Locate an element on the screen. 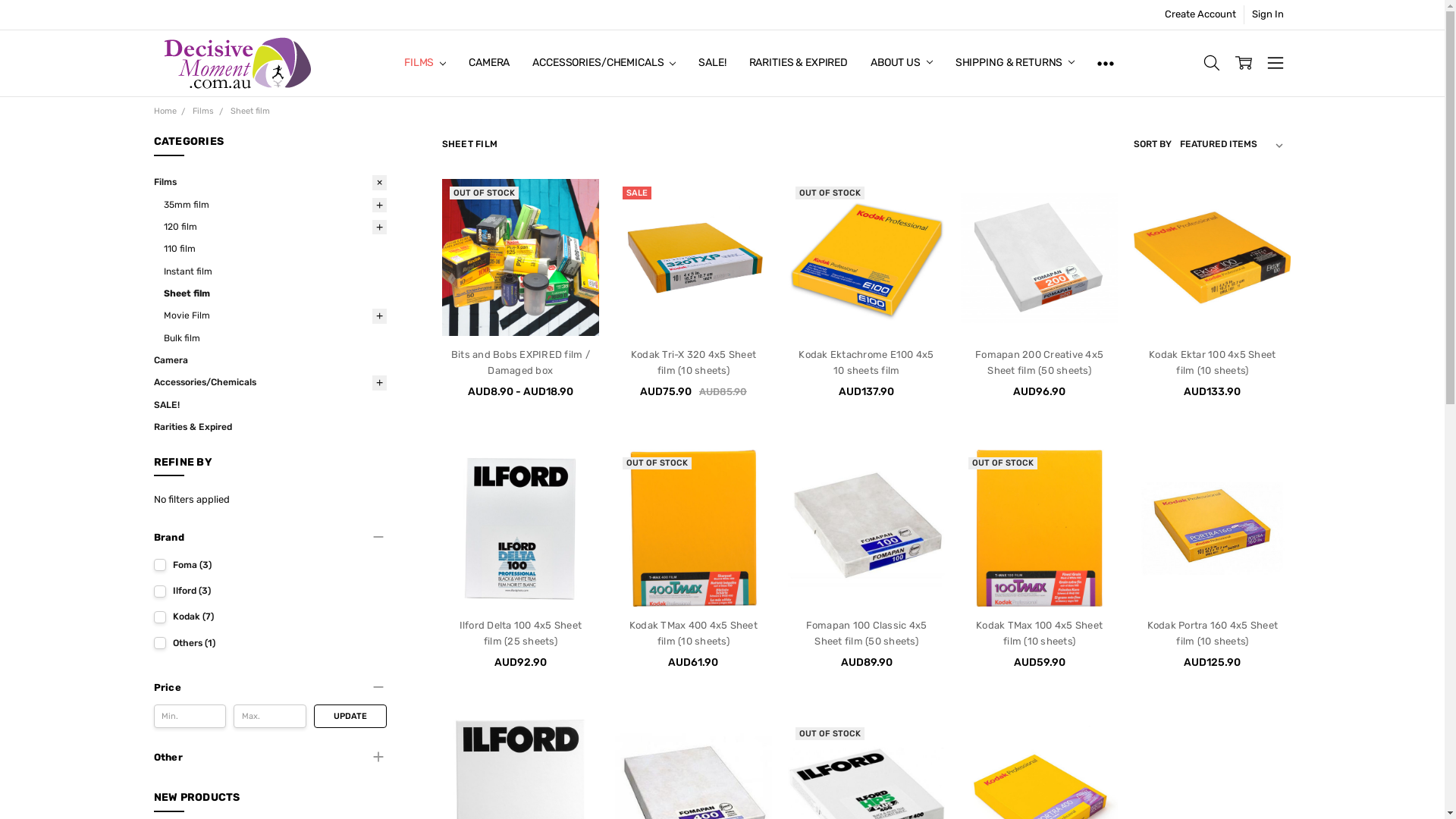 The height and width of the screenshot is (819, 1456). 'Bulk film' is located at coordinates (164, 337).